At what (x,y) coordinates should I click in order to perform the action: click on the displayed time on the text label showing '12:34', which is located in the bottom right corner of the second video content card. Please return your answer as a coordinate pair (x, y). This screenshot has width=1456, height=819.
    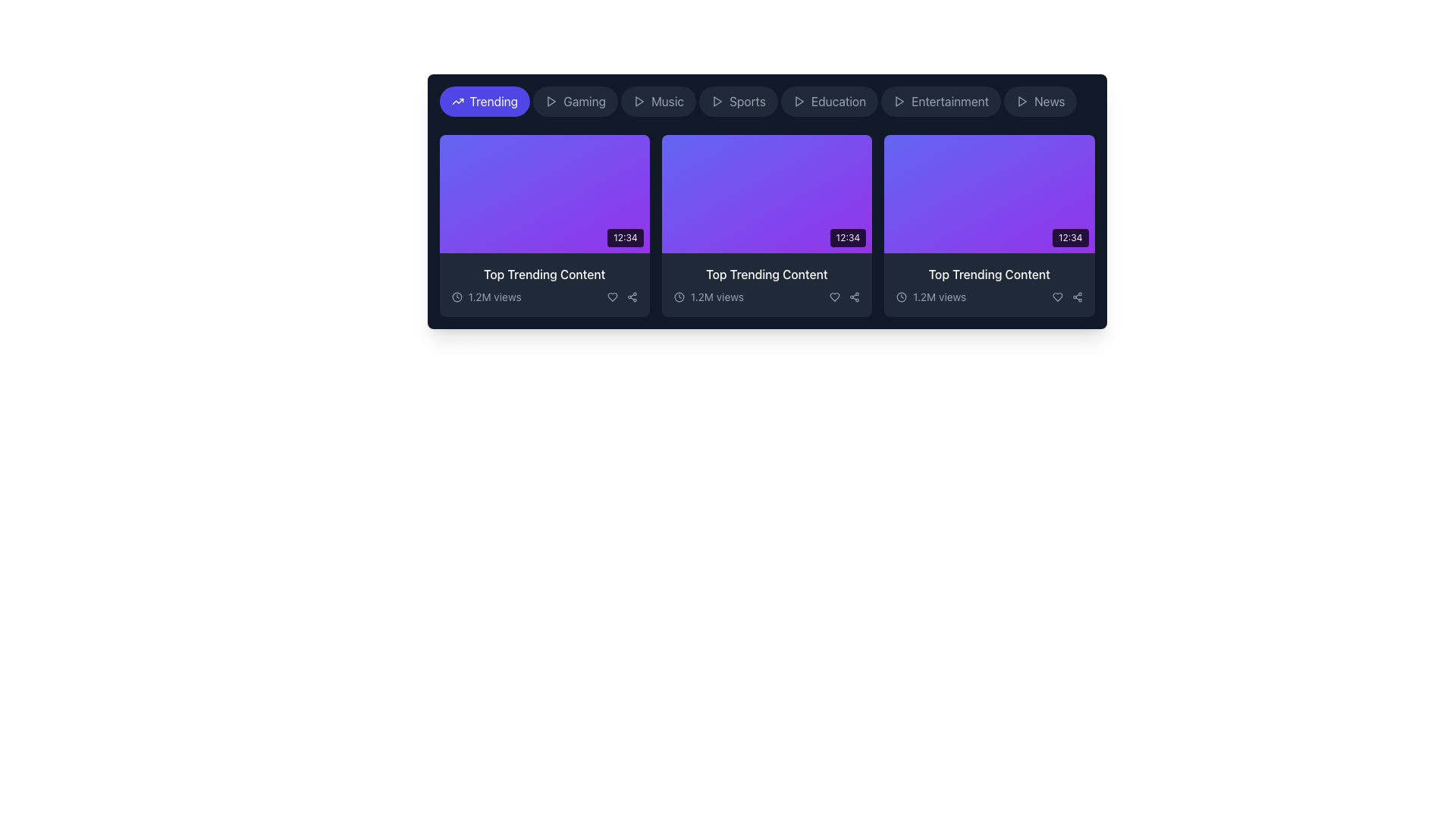
    Looking at the image, I should click on (847, 237).